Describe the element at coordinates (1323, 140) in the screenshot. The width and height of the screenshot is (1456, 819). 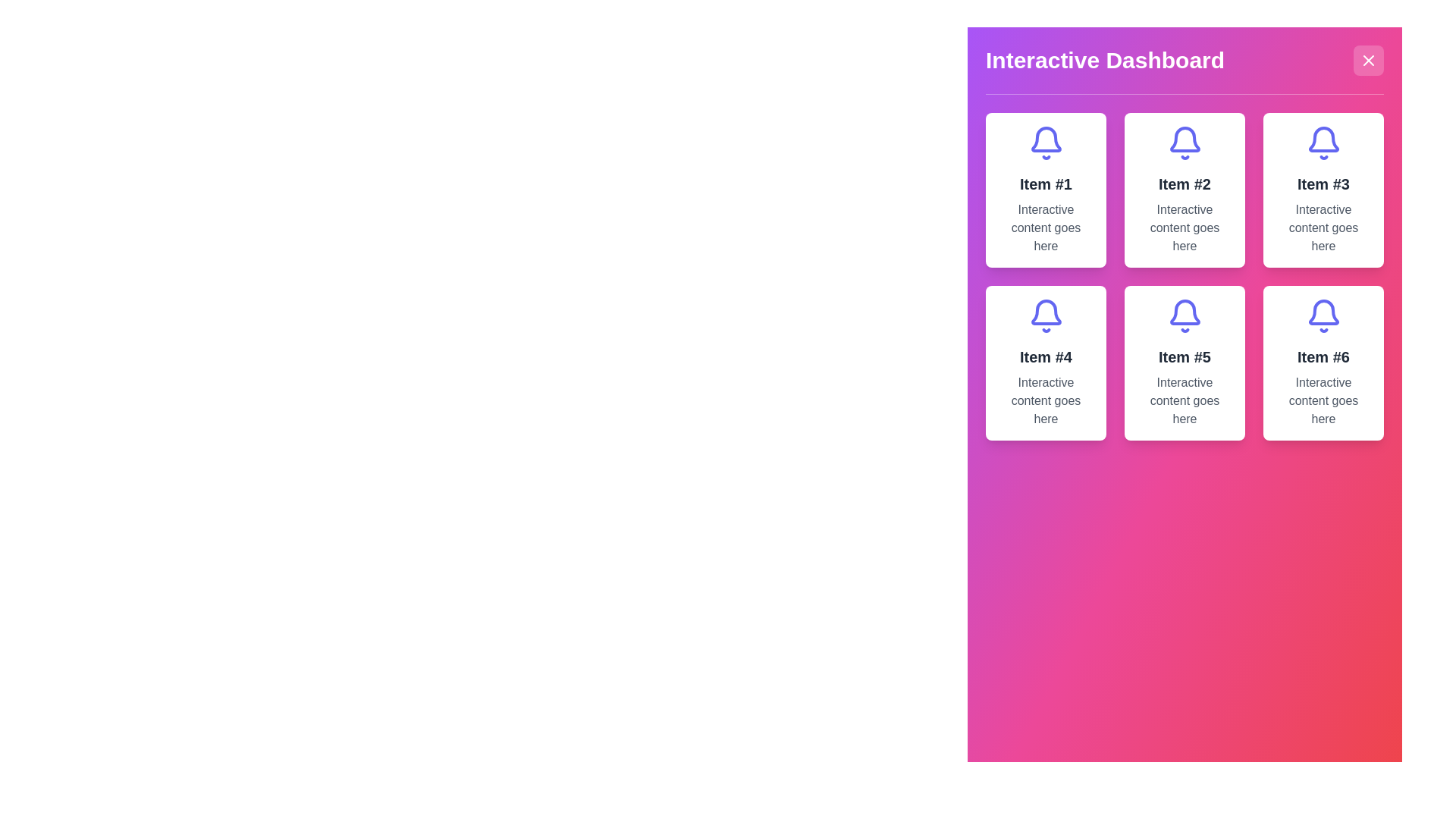
I see `the bell-shaped icon indicating notifications or alerts, located in the upper component of the third card in the top row of the dashboard interface` at that location.